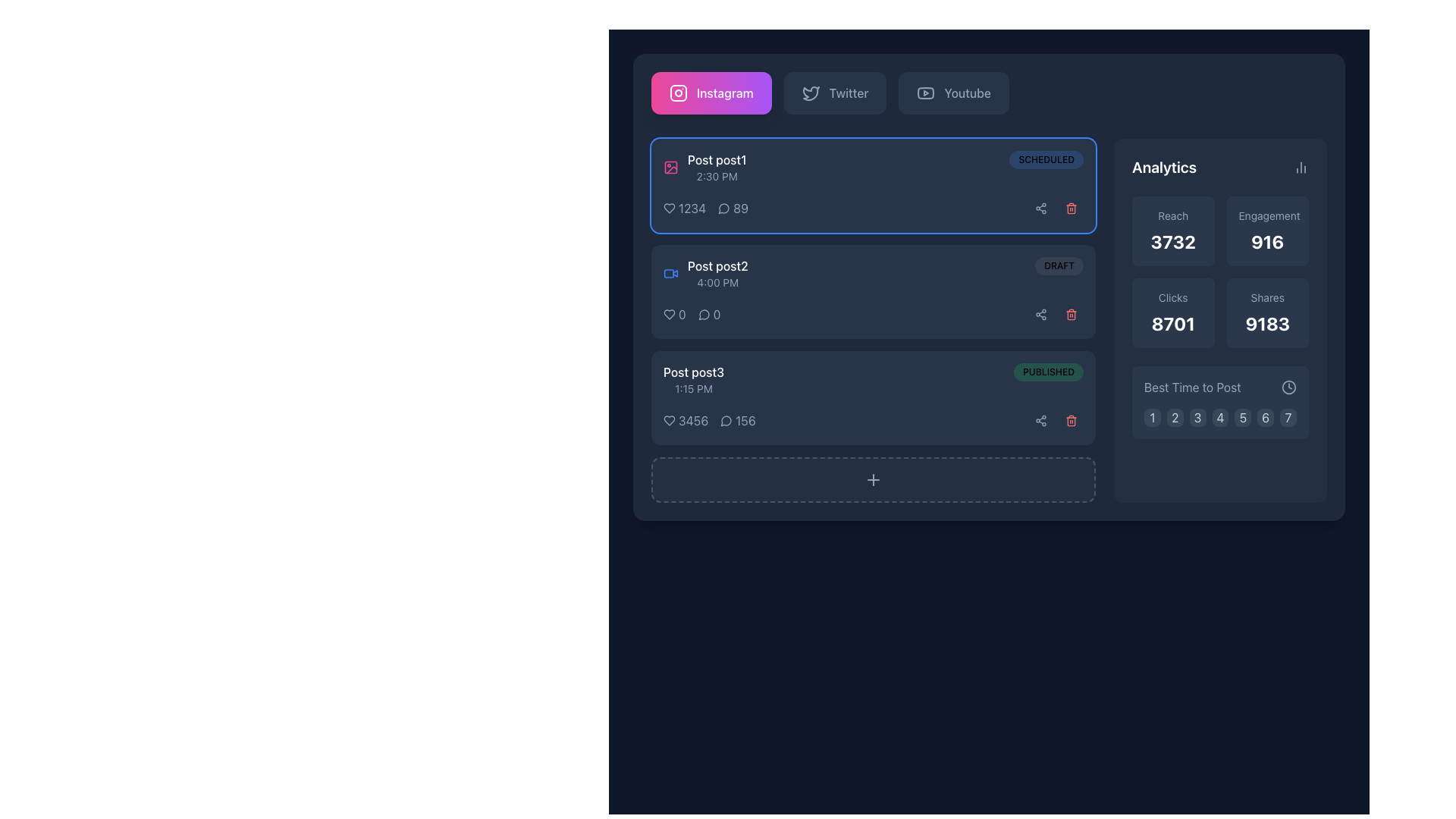 The height and width of the screenshot is (819, 1456). Describe the element at coordinates (1040, 208) in the screenshot. I see `the Icon button located in the top-right section of the first post item` at that location.